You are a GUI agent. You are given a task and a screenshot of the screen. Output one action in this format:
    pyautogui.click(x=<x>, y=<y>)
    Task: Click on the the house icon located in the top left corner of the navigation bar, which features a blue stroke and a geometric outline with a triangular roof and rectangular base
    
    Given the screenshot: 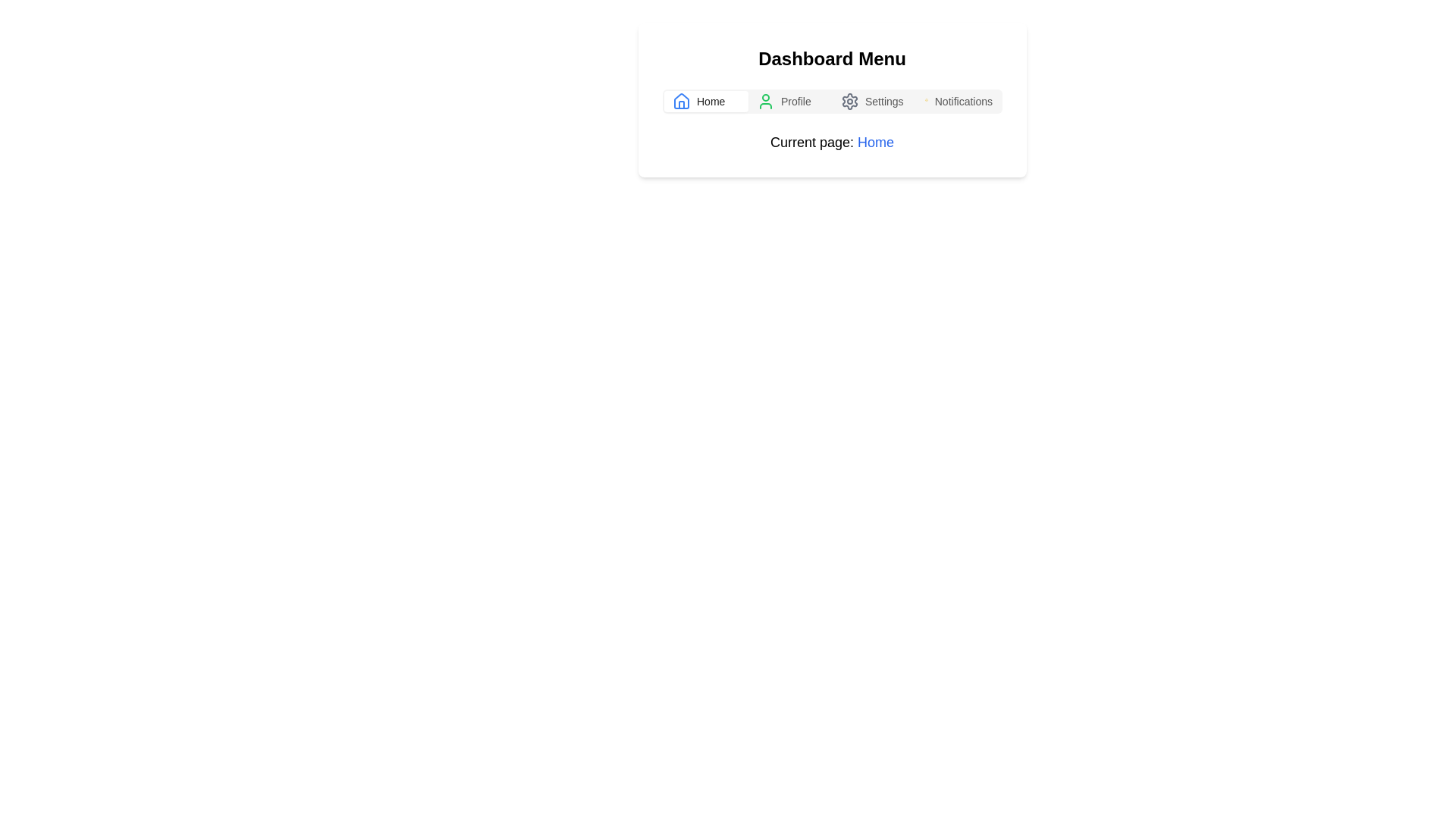 What is the action you would take?
    pyautogui.click(x=680, y=101)
    